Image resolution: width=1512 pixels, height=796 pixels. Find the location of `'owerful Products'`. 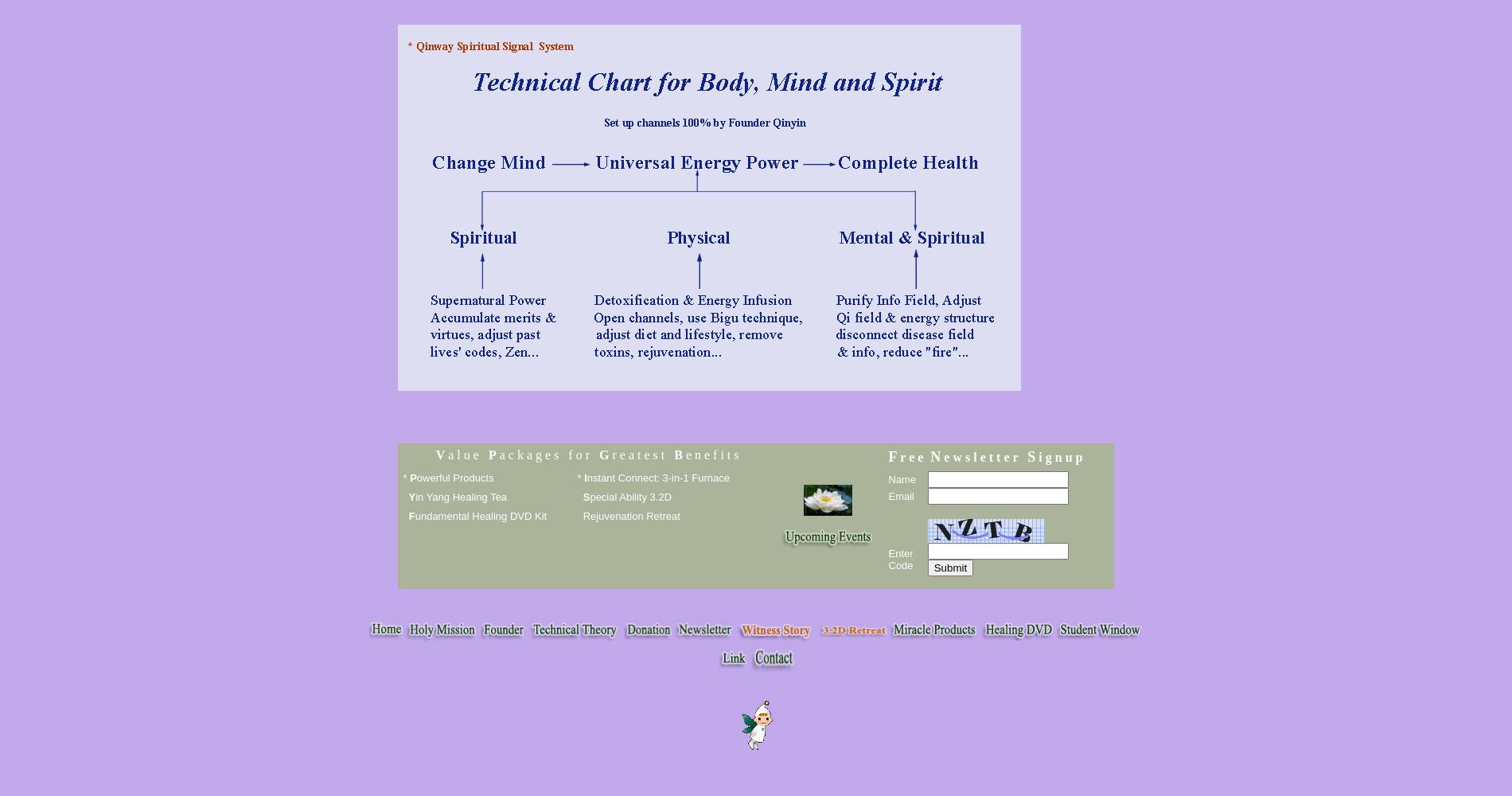

'owerful Products' is located at coordinates (454, 476).